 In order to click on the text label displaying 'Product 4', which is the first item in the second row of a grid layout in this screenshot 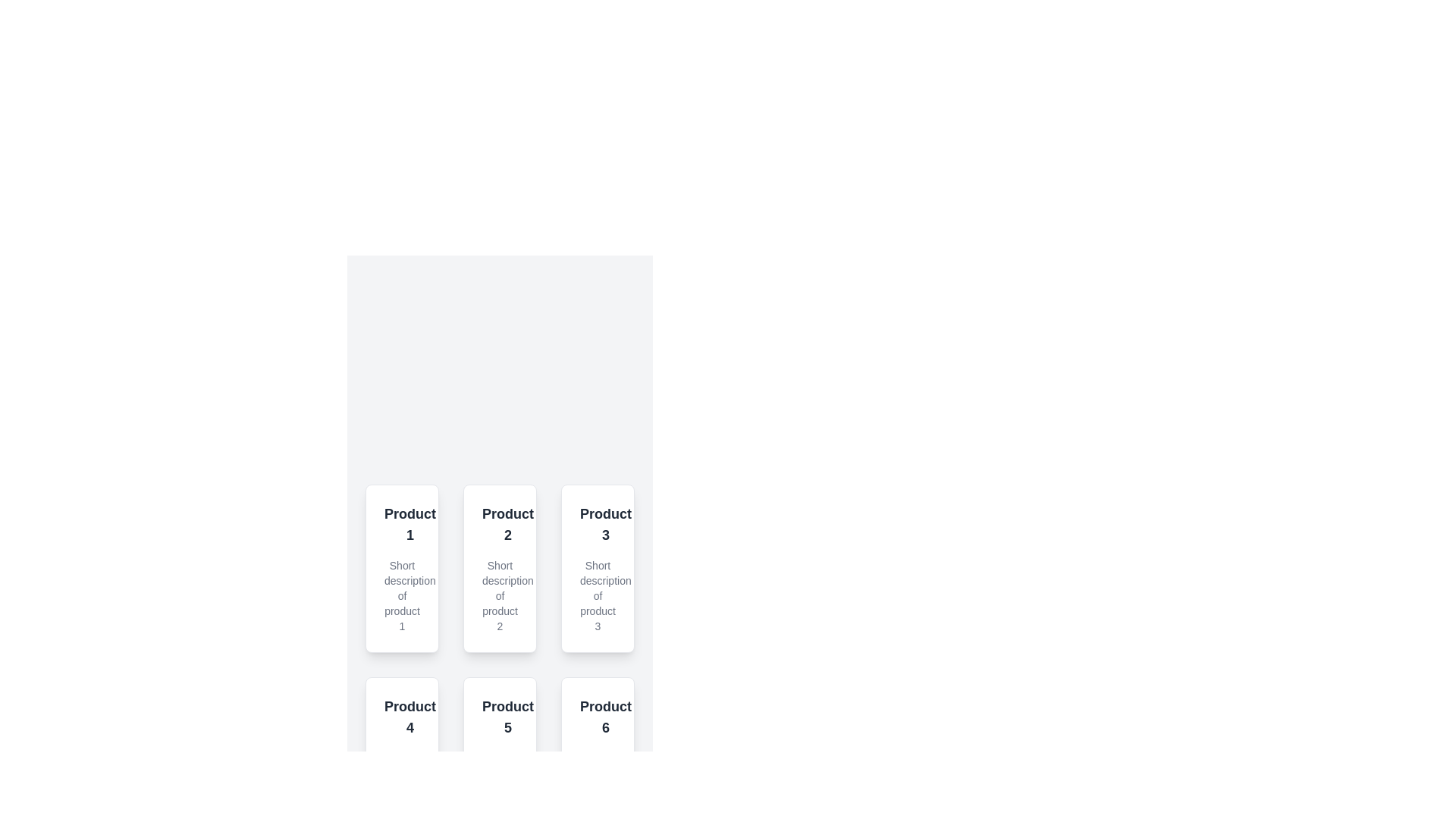, I will do `click(410, 717)`.